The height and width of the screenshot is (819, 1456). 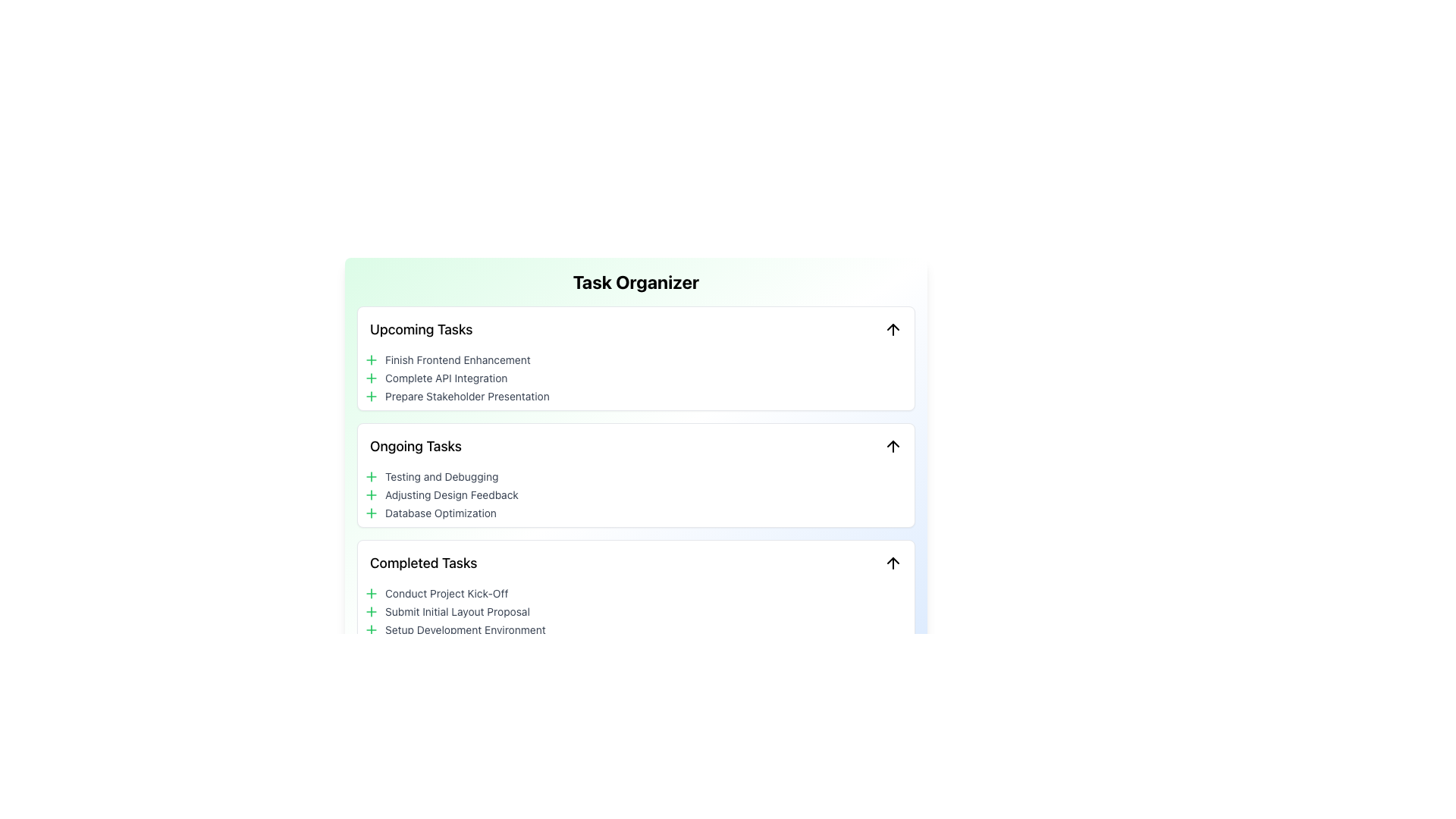 What do you see at coordinates (893, 446) in the screenshot?
I see `the icon button for collapsing or expanding the 'Ongoing Tasks' section` at bounding box center [893, 446].